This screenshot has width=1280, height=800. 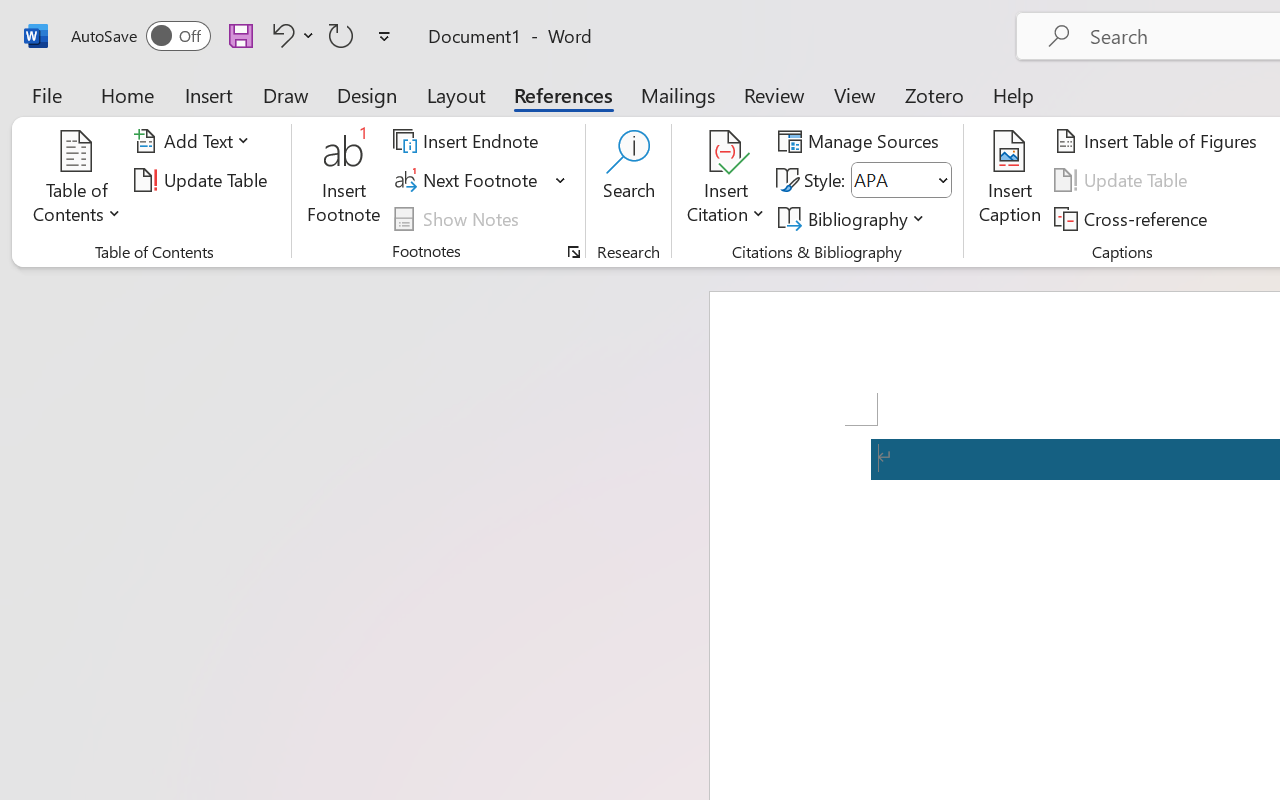 What do you see at coordinates (628, 179) in the screenshot?
I see `'Search'` at bounding box center [628, 179].